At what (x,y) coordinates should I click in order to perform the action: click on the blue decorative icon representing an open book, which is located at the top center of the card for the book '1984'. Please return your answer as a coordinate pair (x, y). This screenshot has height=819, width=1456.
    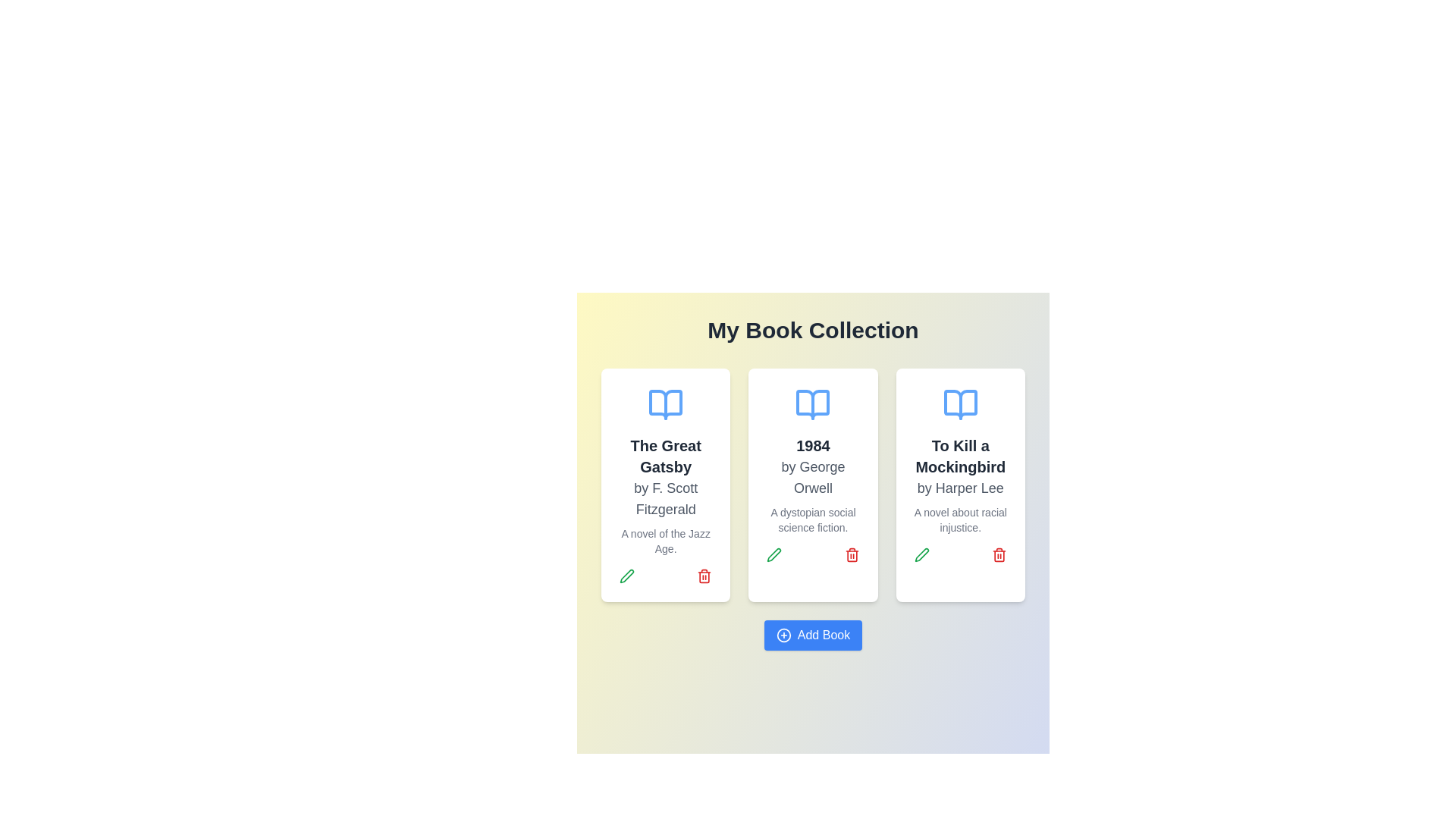
    Looking at the image, I should click on (812, 403).